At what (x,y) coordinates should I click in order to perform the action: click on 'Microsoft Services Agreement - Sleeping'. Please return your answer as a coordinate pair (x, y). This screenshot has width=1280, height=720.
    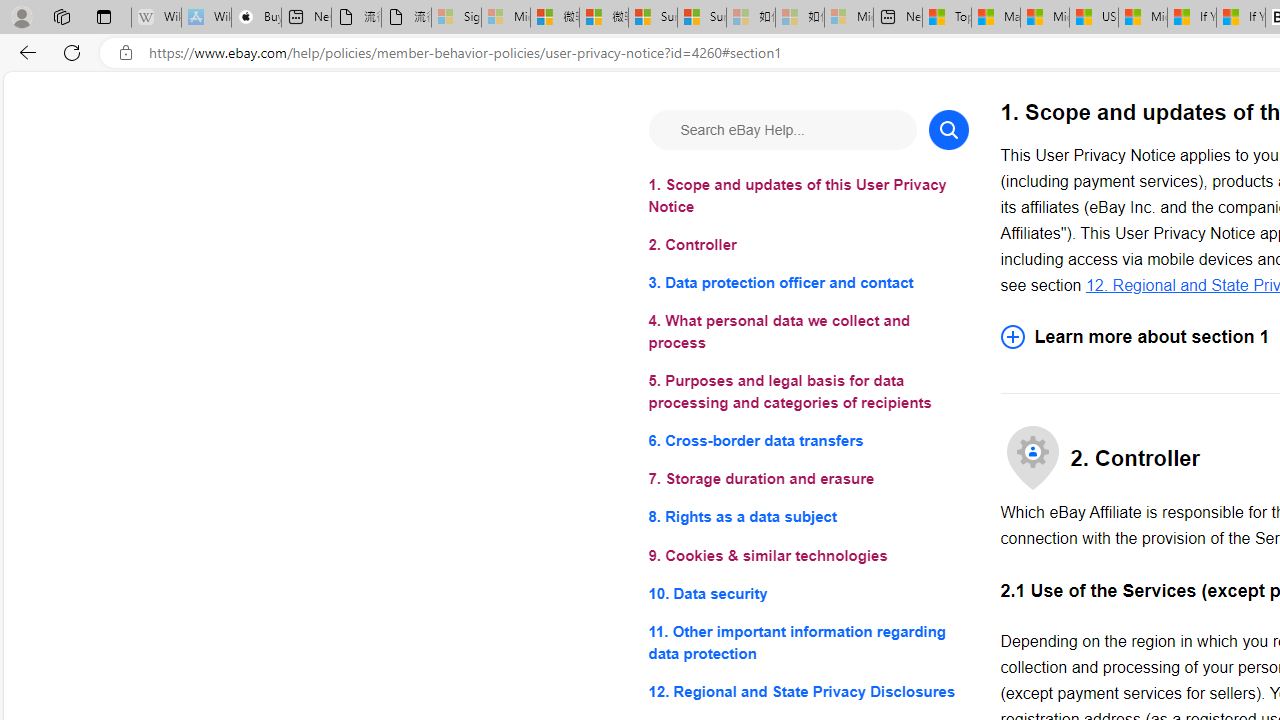
    Looking at the image, I should click on (506, 17).